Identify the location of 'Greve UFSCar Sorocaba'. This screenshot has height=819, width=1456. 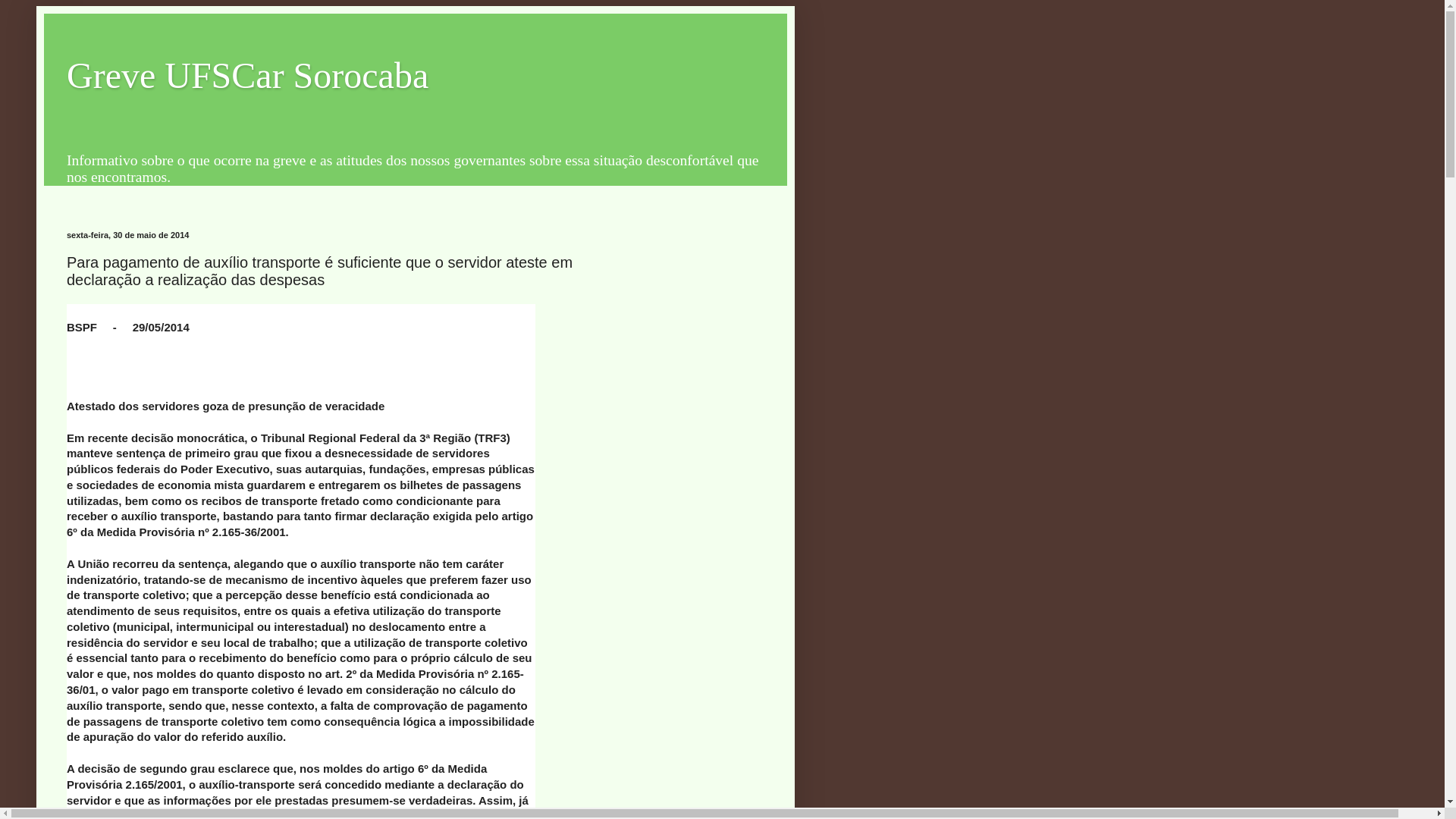
(247, 75).